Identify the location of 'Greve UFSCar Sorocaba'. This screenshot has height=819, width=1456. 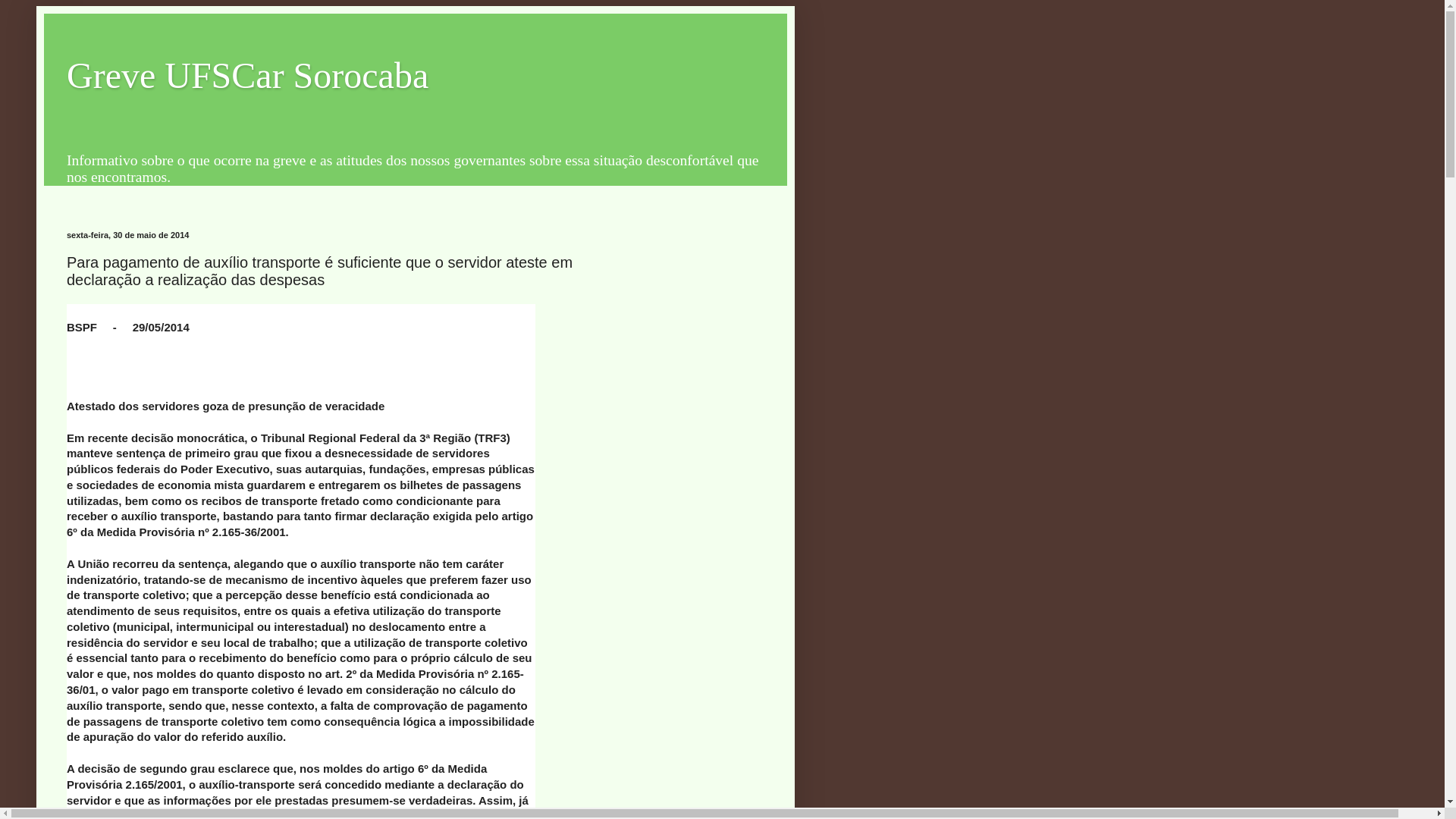
(247, 75).